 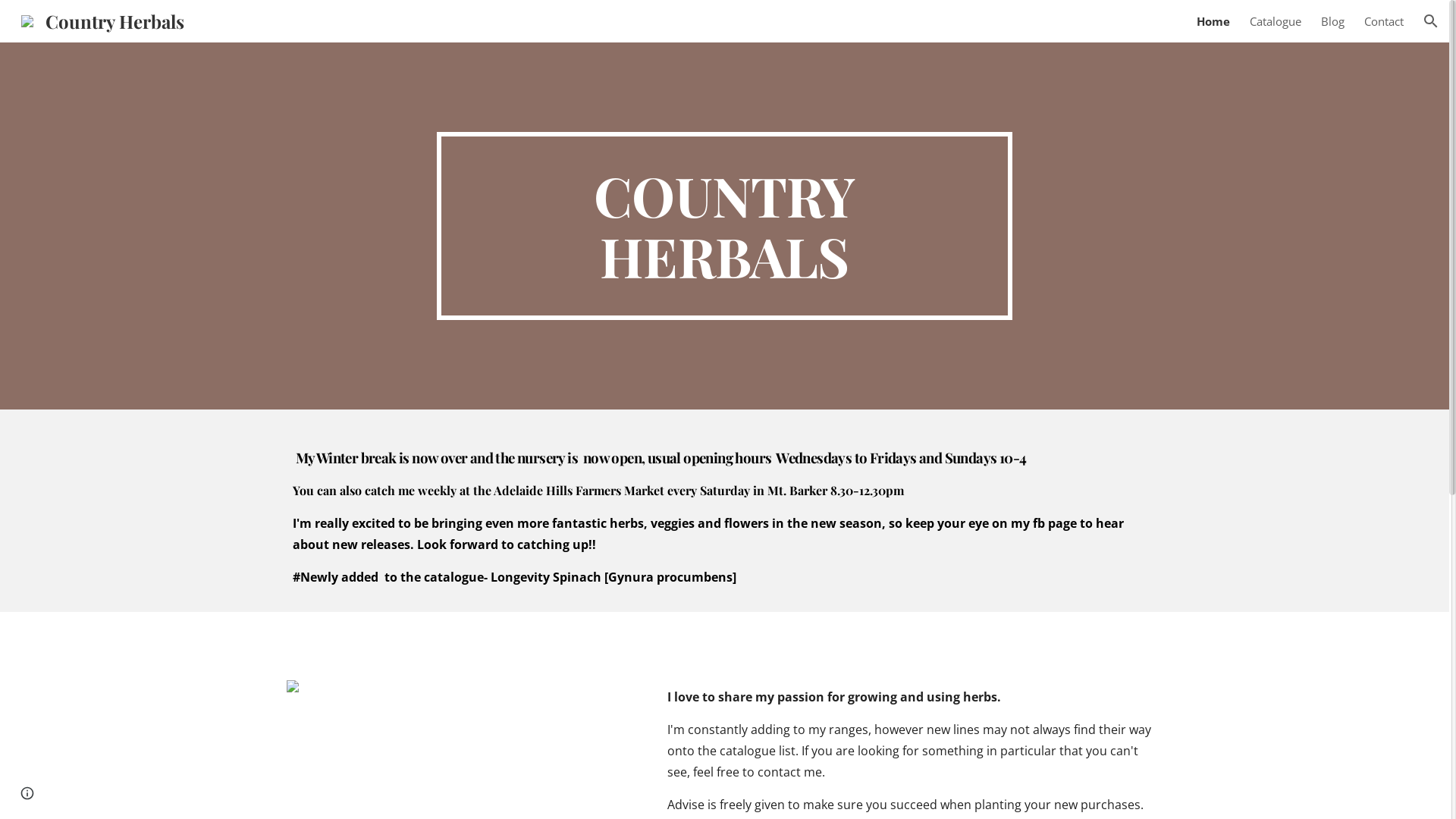 What do you see at coordinates (1332, 20) in the screenshot?
I see `'Blog'` at bounding box center [1332, 20].